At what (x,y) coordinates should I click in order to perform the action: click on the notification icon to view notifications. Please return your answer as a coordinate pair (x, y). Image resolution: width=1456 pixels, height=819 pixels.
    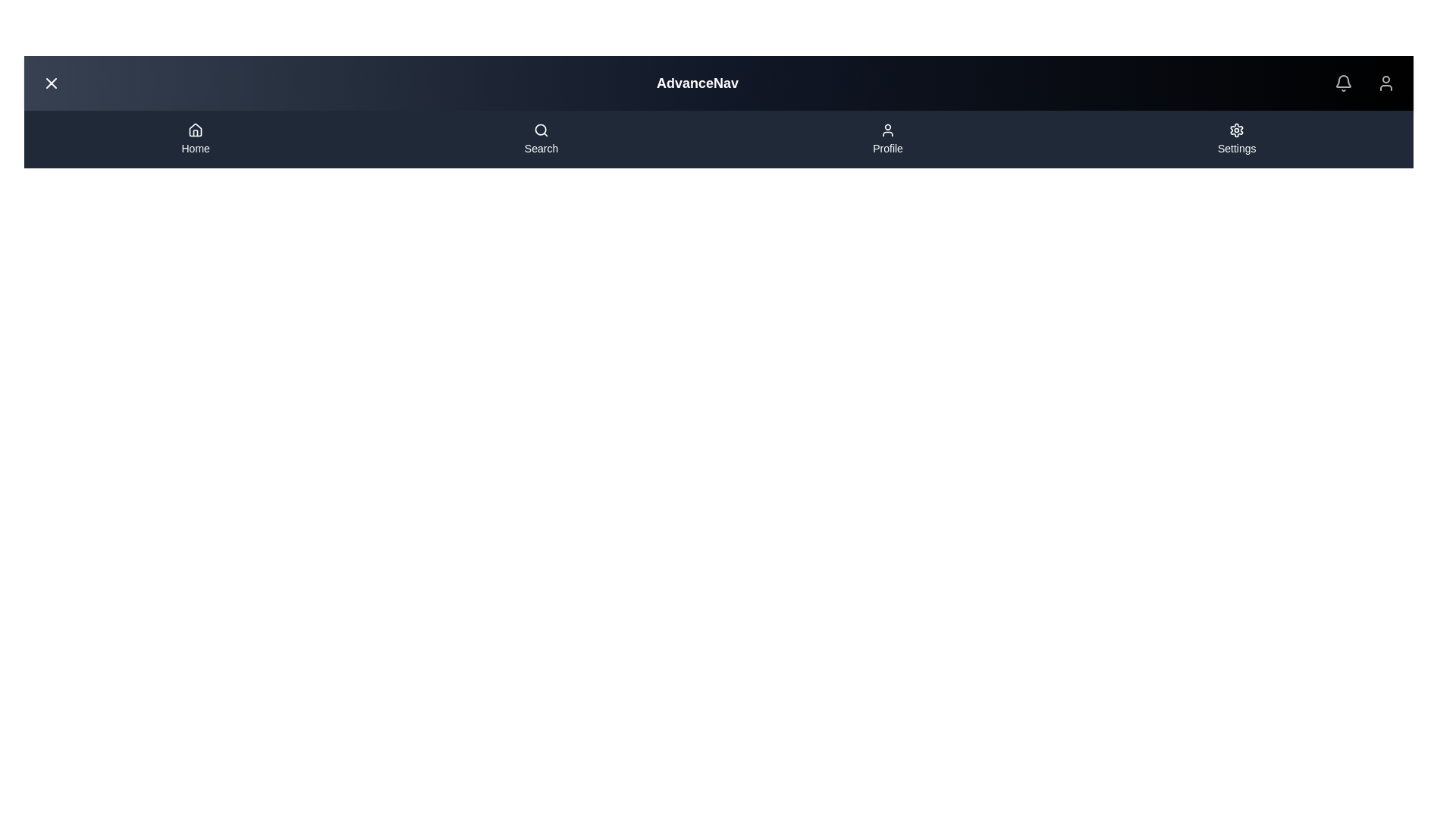
    Looking at the image, I should click on (1343, 83).